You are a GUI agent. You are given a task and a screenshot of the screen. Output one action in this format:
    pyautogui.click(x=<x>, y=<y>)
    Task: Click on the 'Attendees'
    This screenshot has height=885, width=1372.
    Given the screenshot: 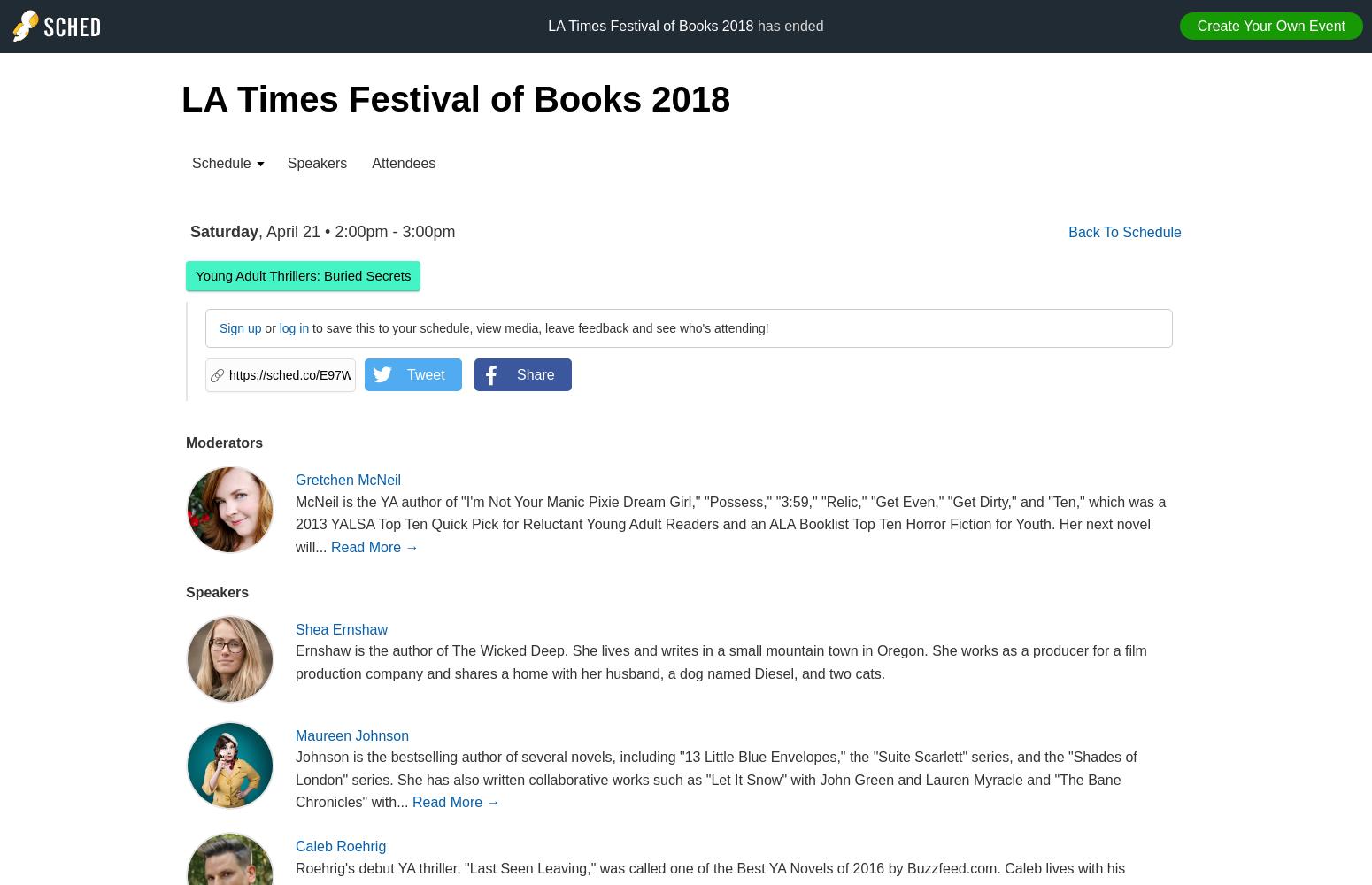 What is the action you would take?
    pyautogui.click(x=404, y=163)
    